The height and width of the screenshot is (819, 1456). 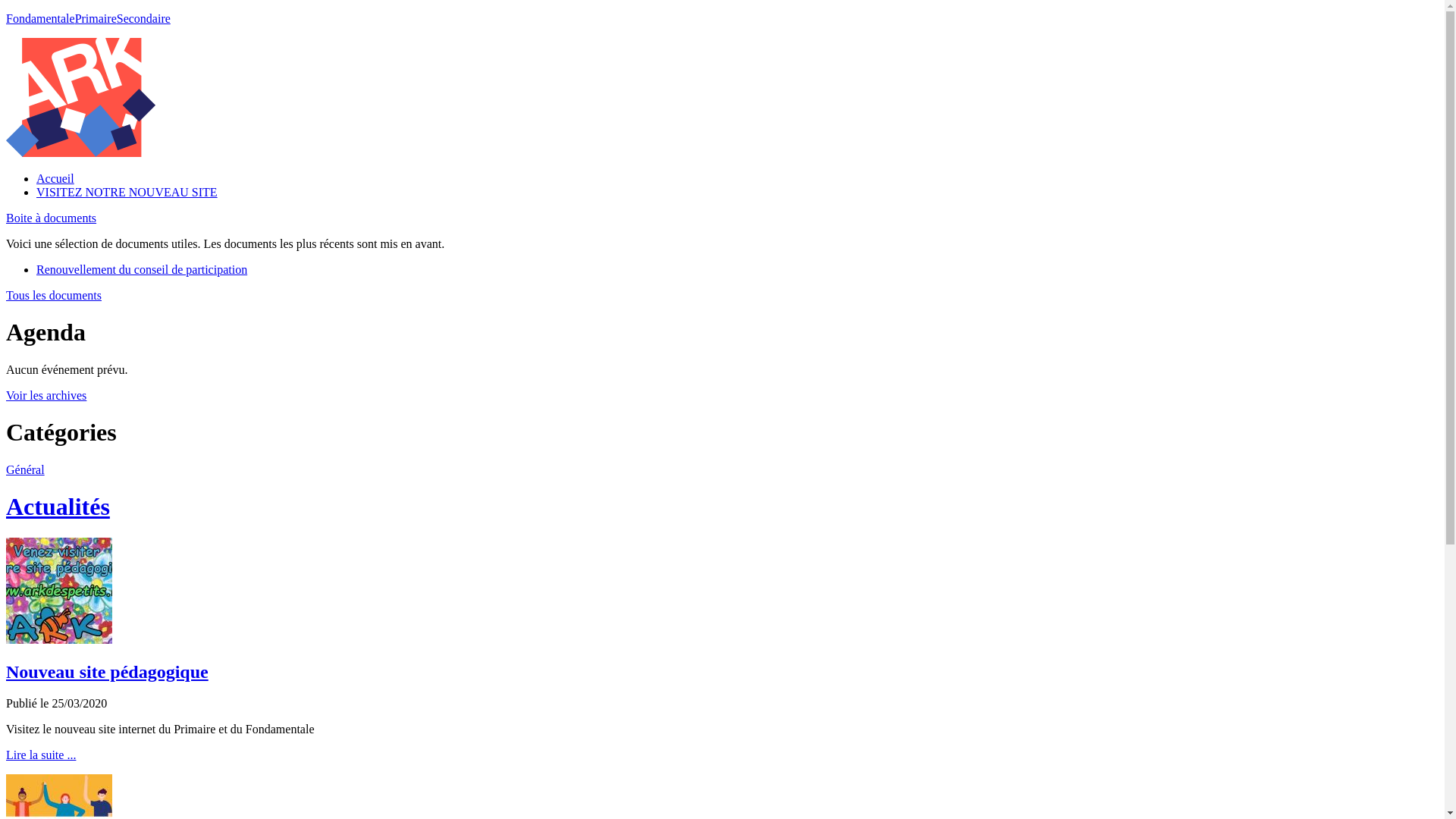 What do you see at coordinates (40, 18) in the screenshot?
I see `'Fondamentale'` at bounding box center [40, 18].